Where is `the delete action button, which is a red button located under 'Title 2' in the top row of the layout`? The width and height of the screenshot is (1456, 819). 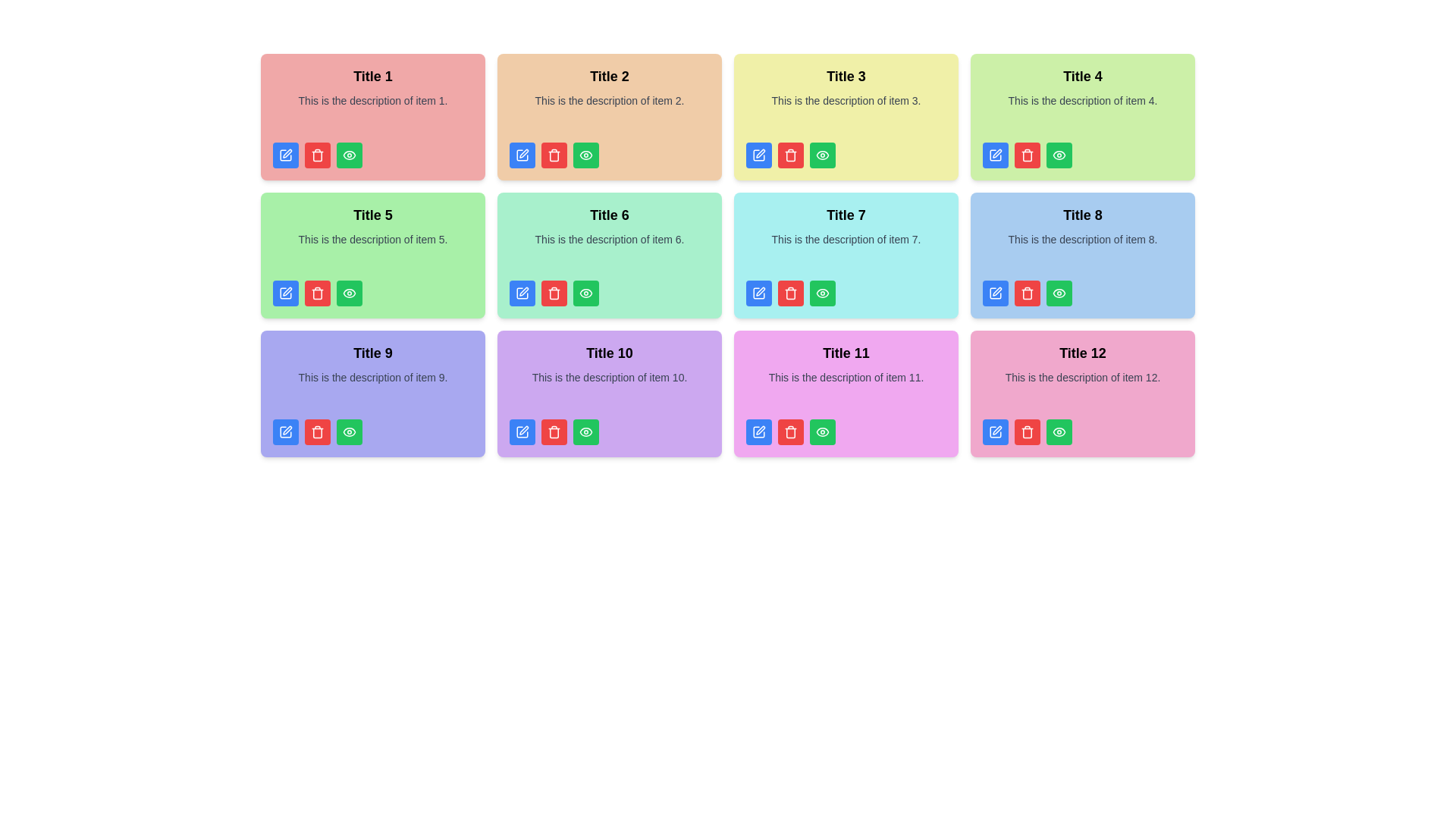
the delete action button, which is a red button located under 'Title 2' in the top row of the layout is located at coordinates (789, 155).